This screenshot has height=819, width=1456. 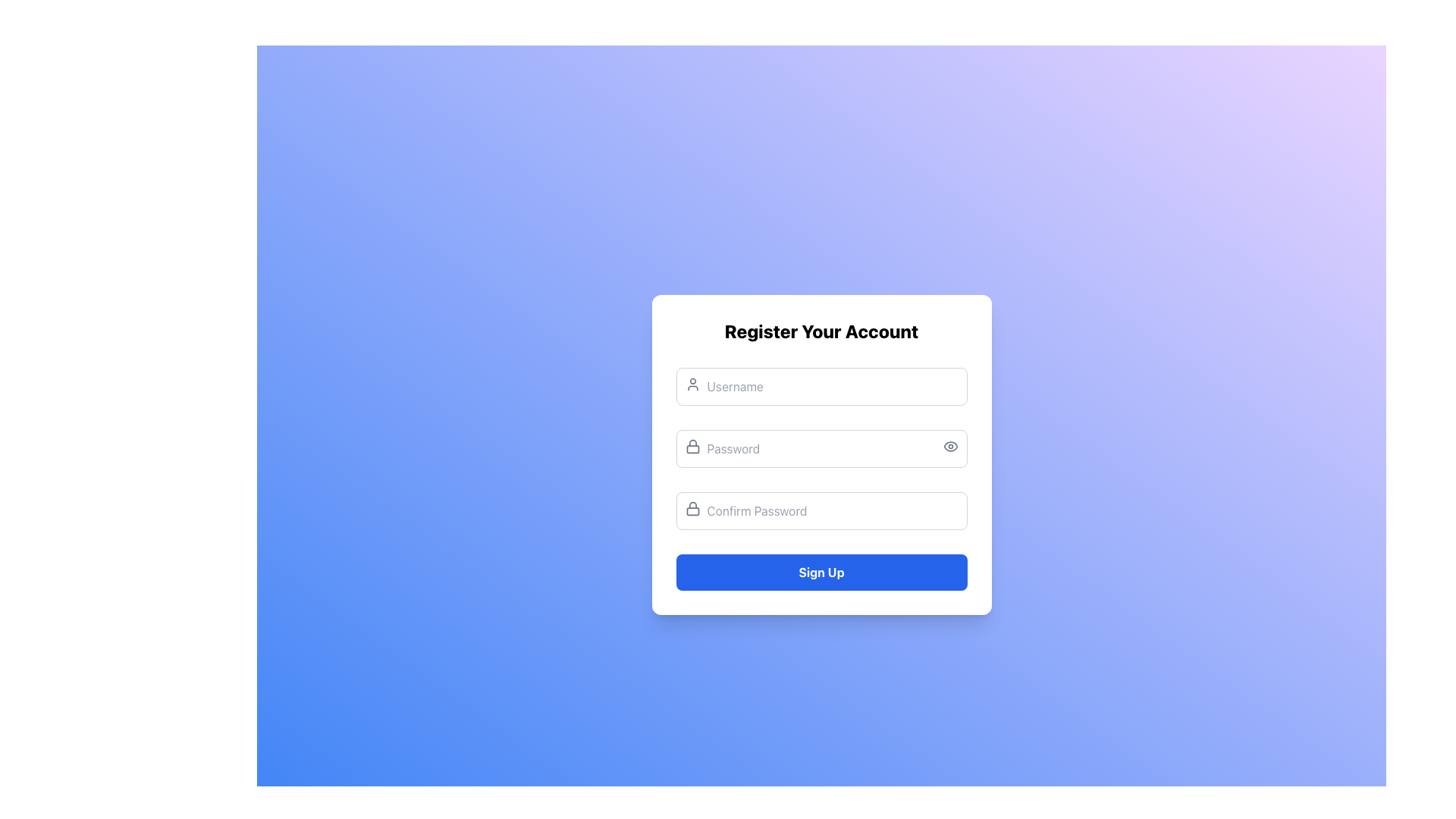 What do you see at coordinates (692, 383) in the screenshot?
I see `the user icon, which is a simplified gray line graphic of a person located to the left of the username input field` at bounding box center [692, 383].